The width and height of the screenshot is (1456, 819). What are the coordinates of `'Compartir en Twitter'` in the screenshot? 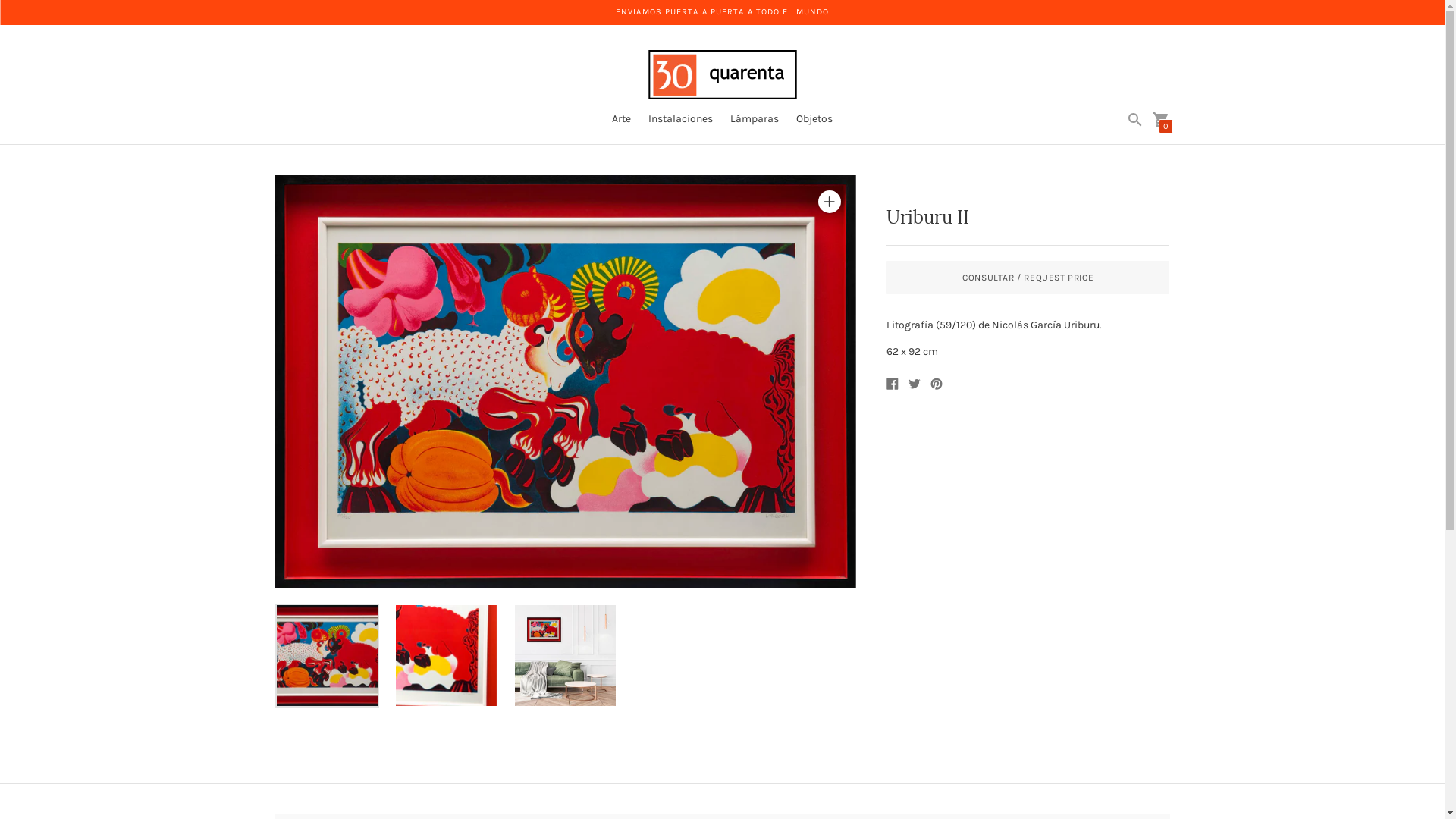 It's located at (913, 382).